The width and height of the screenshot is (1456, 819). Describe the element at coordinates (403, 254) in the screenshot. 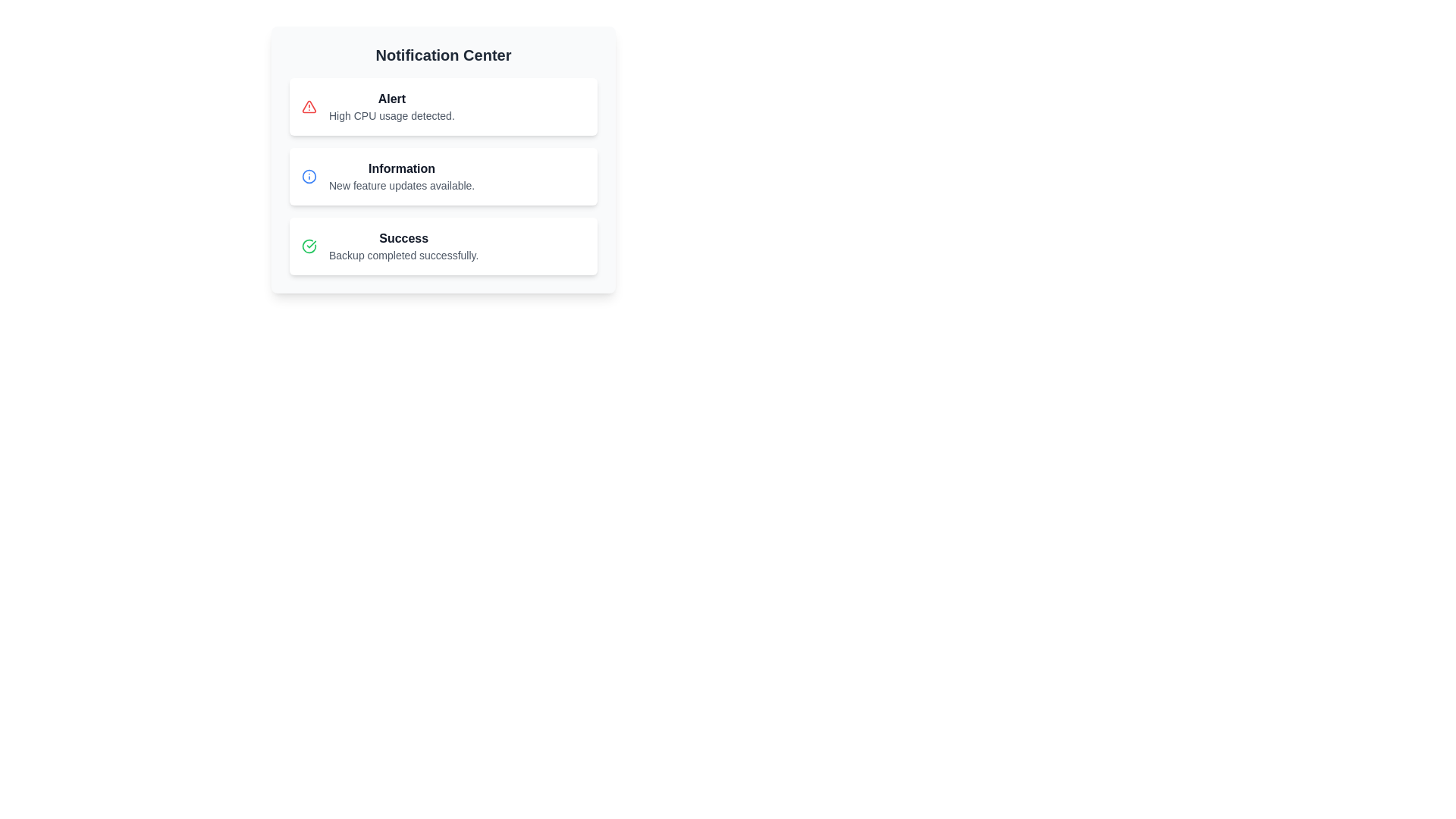

I see `the static text that indicates the successful completion of a backup operation, located below the 'Success' header in the Notification Center interface` at that location.